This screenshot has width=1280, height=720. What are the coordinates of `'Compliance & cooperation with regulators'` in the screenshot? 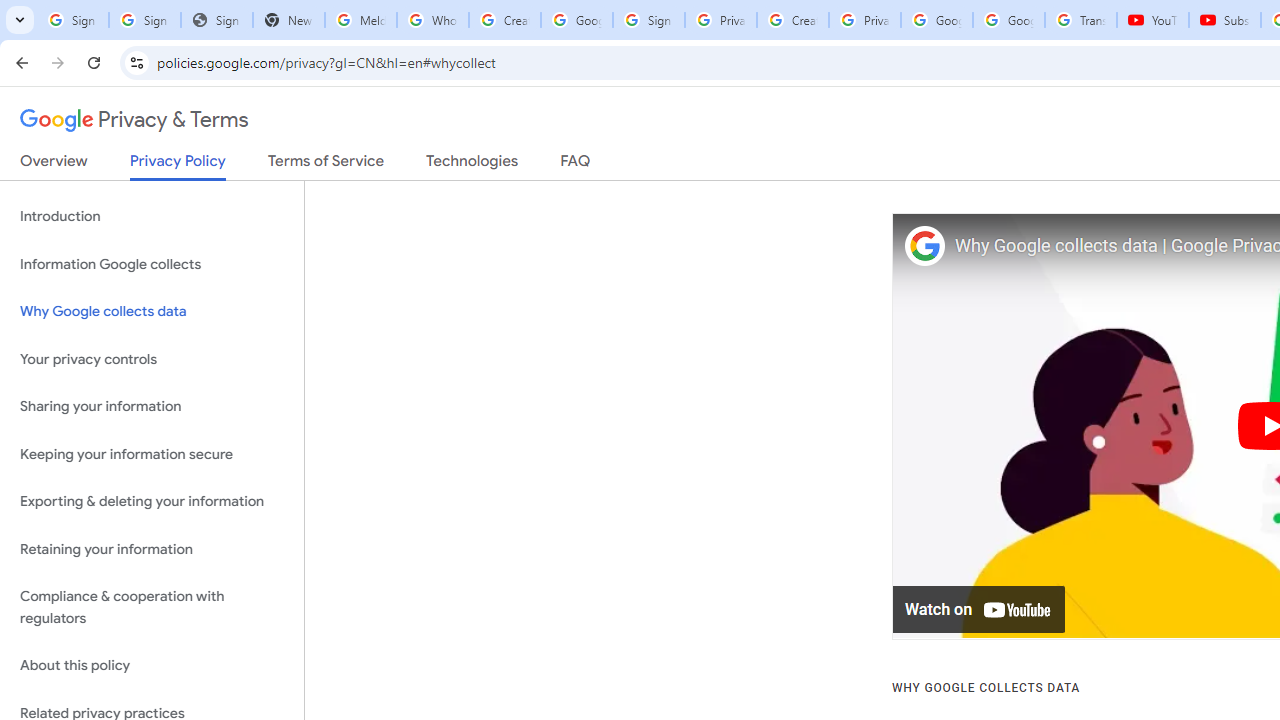 It's located at (151, 607).